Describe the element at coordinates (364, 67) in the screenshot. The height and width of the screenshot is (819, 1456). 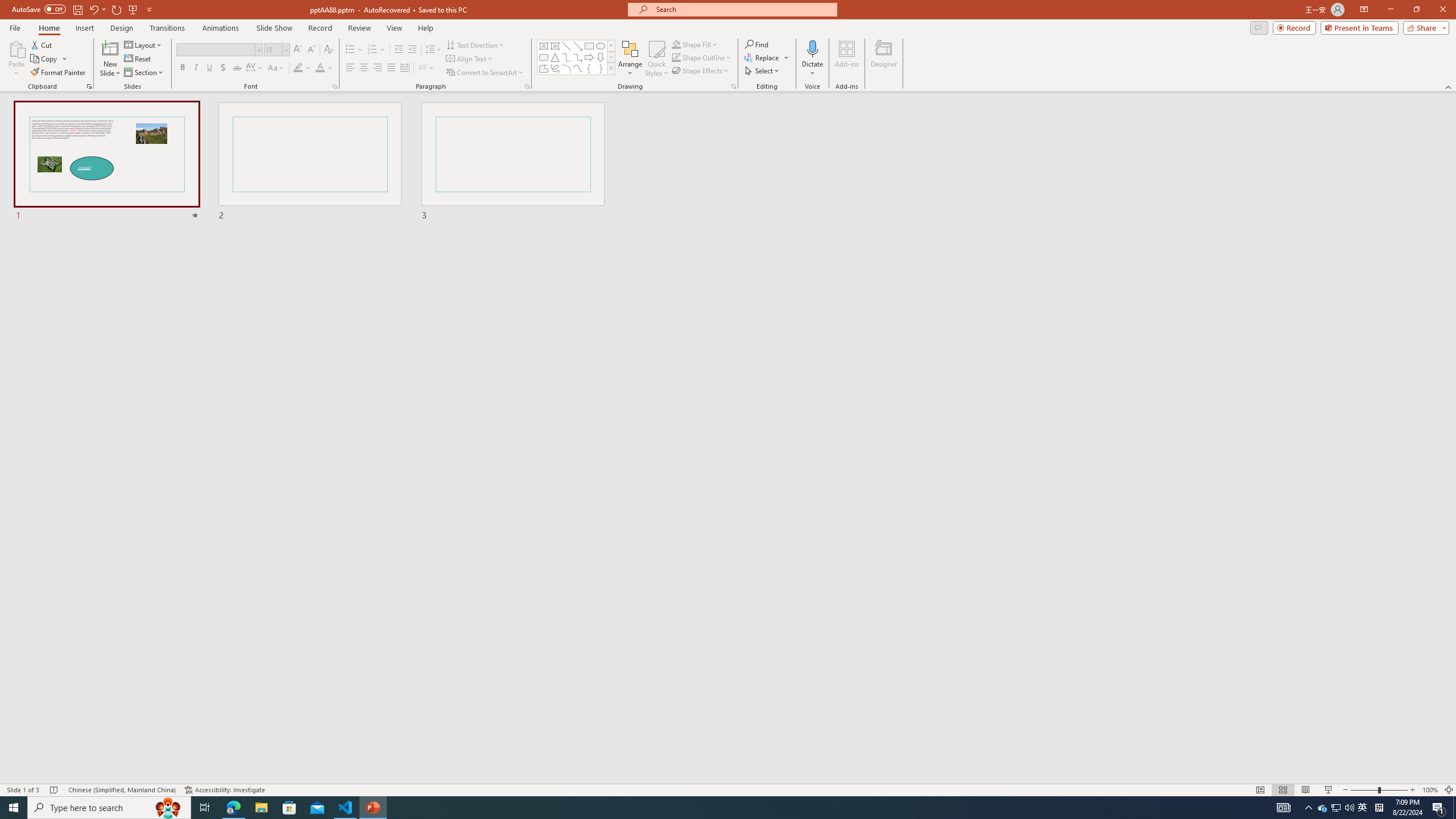
I see `'Center'` at that location.